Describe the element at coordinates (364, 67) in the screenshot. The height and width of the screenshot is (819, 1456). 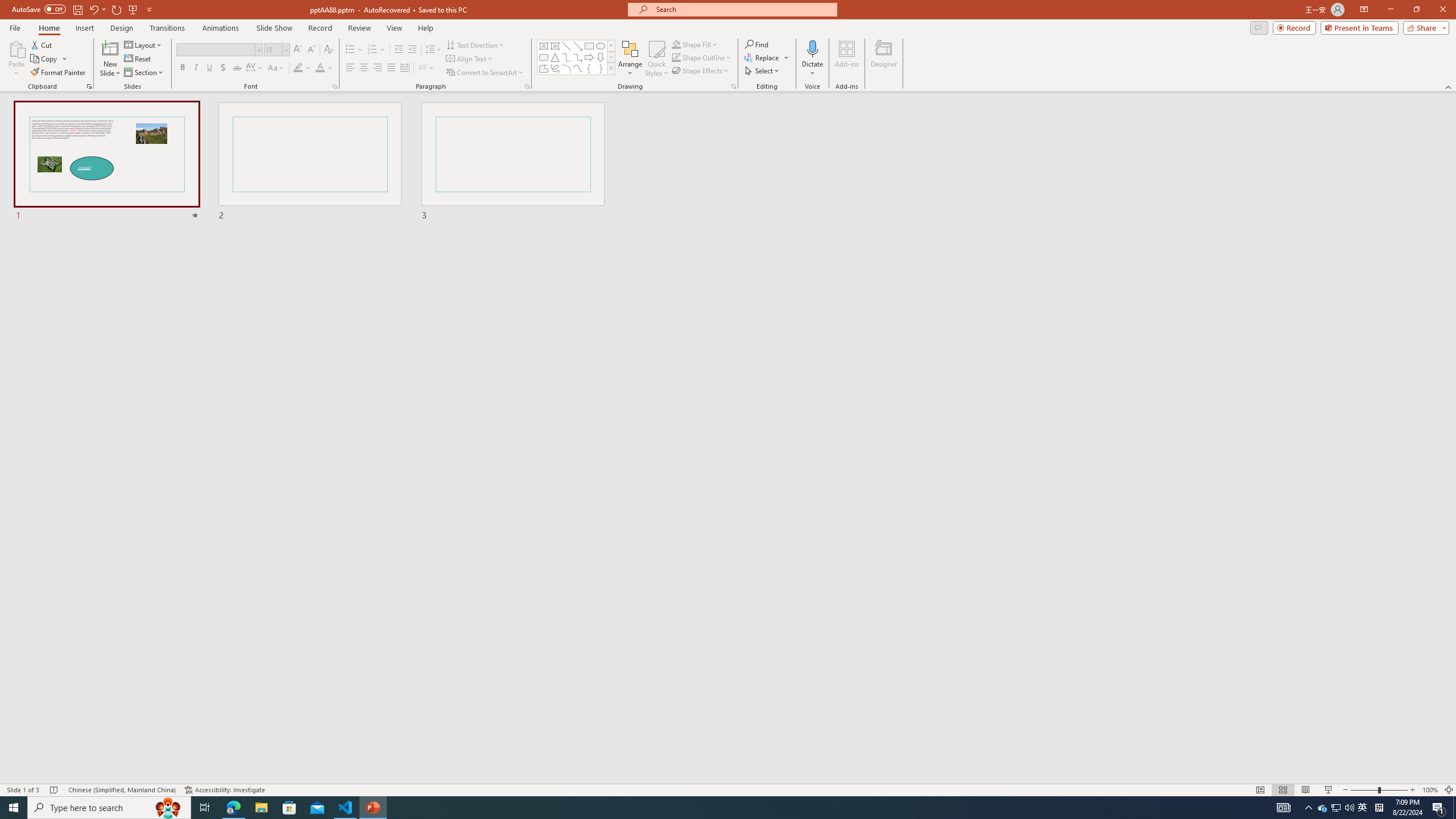
I see `'Center'` at that location.